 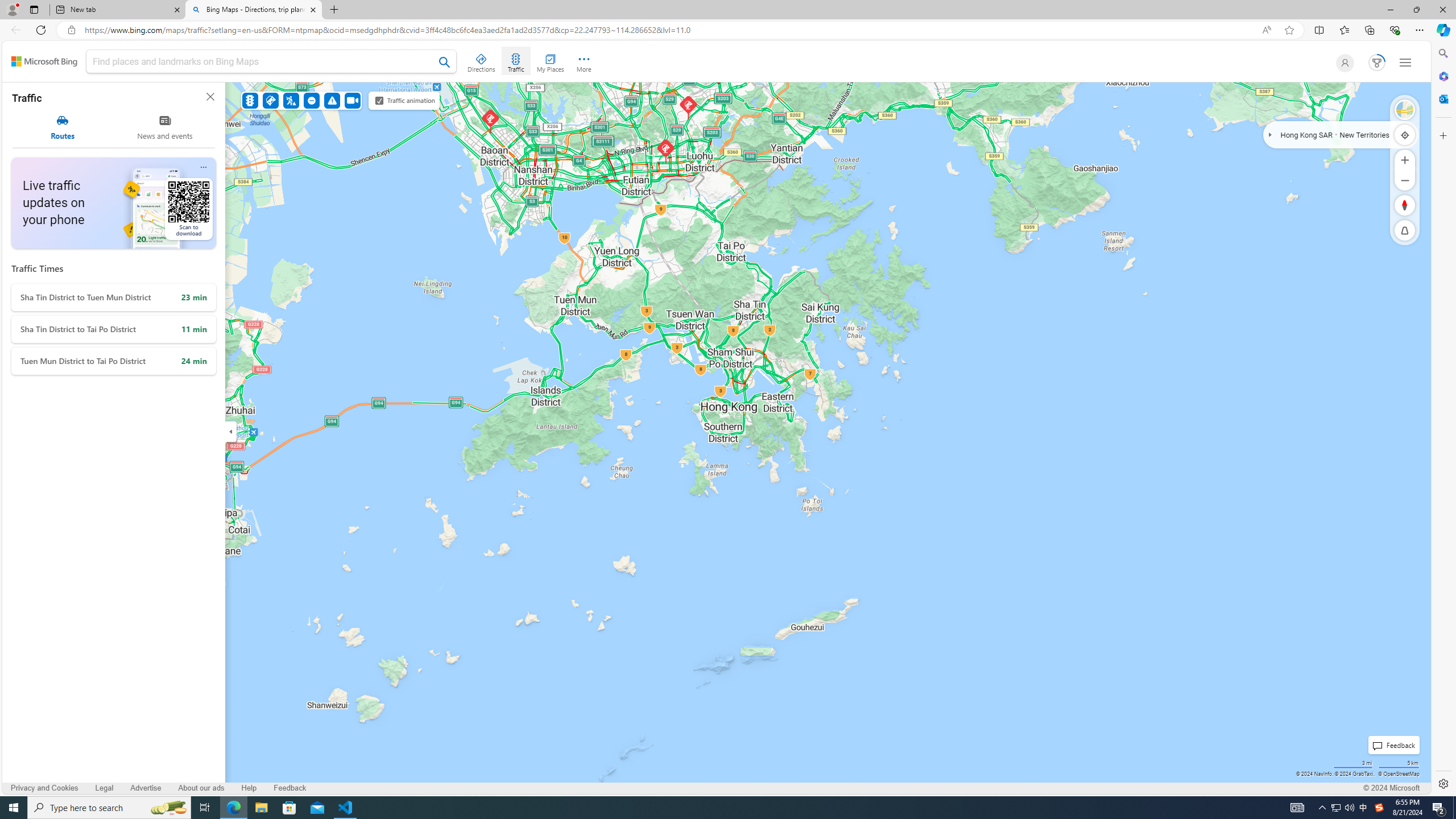 What do you see at coordinates (332, 100) in the screenshot?
I see `'Miscellaneous incidents'` at bounding box center [332, 100].